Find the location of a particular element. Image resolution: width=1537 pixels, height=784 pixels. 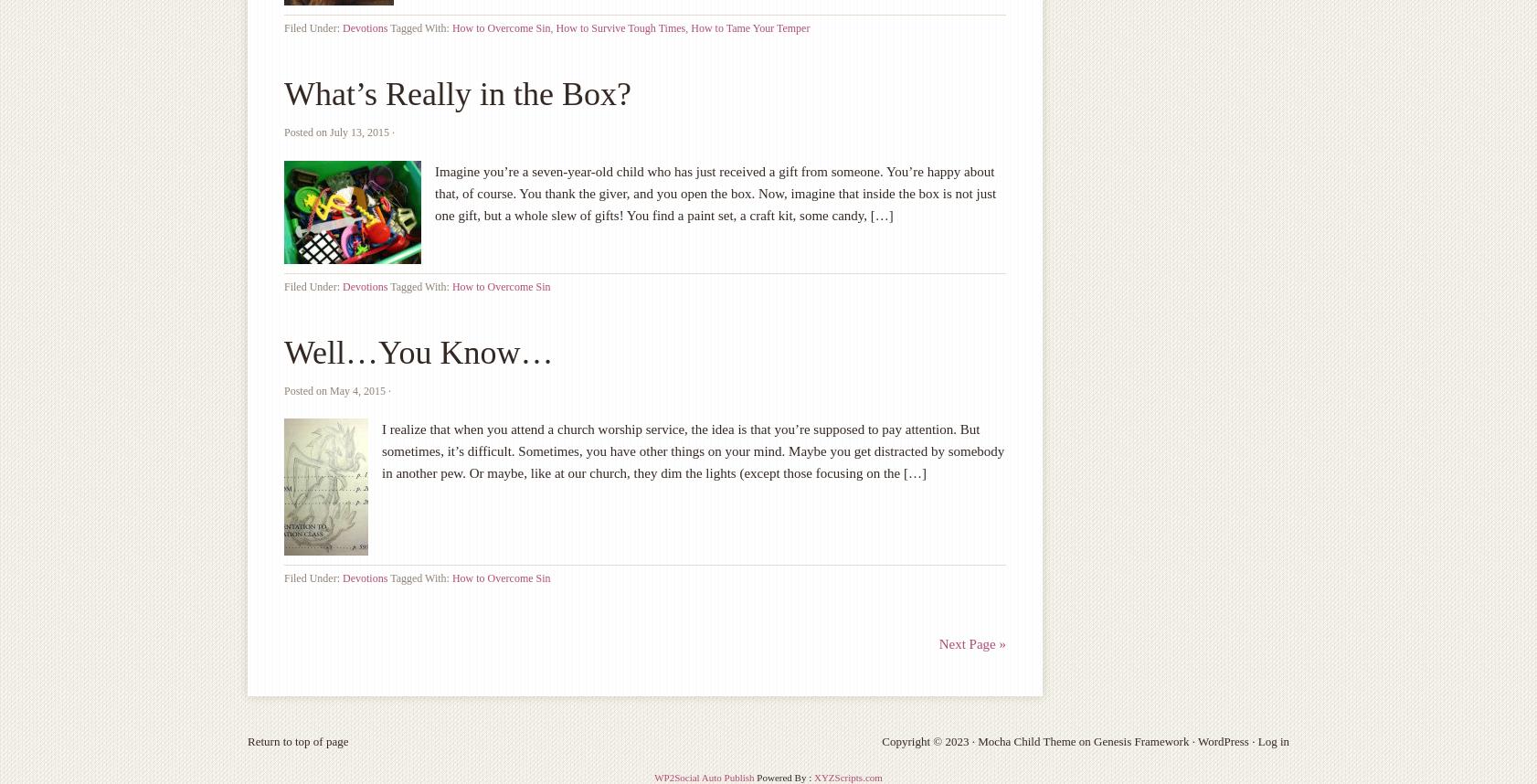

'Genesis Framework' is located at coordinates (1140, 741).